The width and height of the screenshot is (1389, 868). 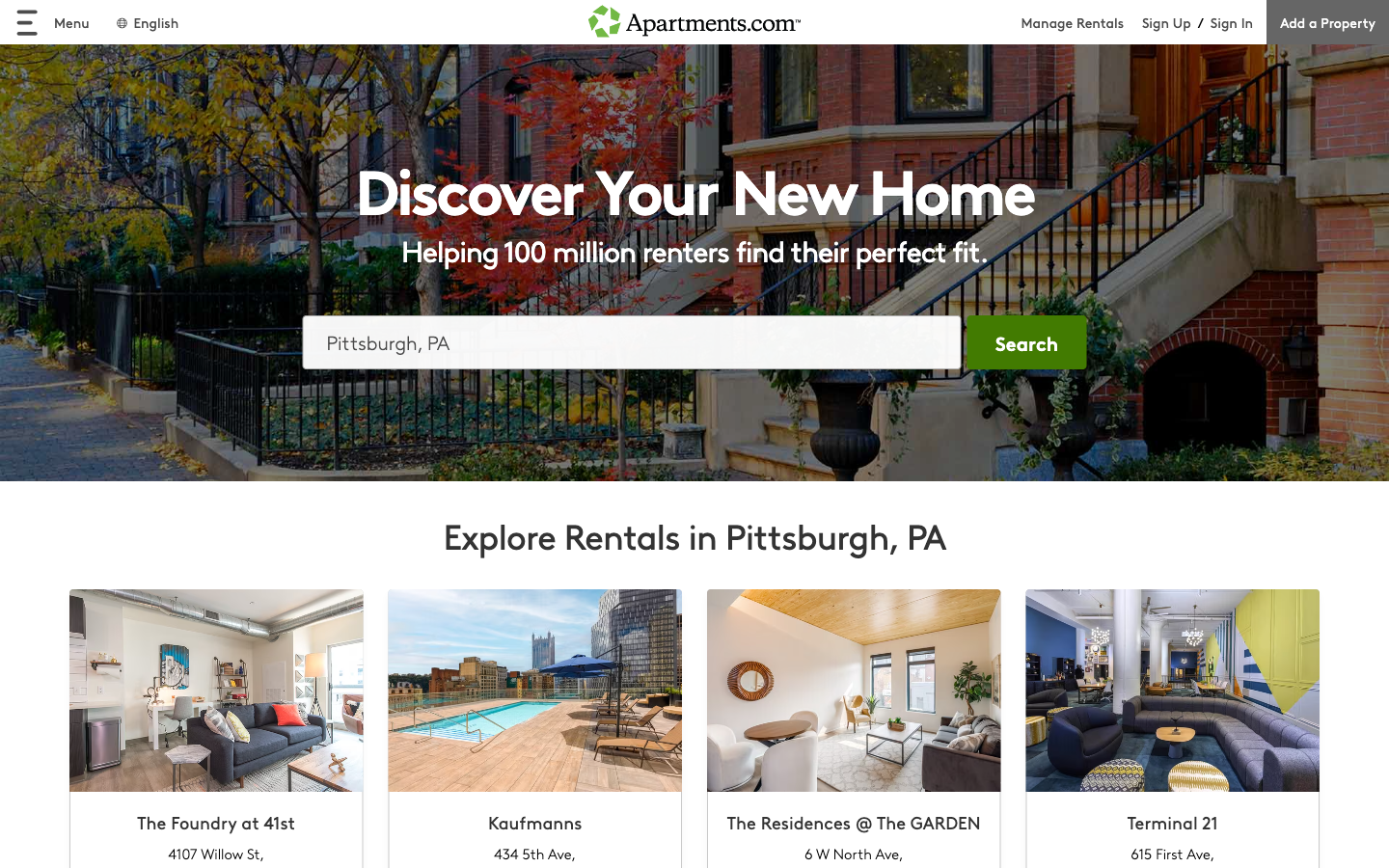 What do you see at coordinates (694, 21) in the screenshot?
I see `the home screen` at bounding box center [694, 21].